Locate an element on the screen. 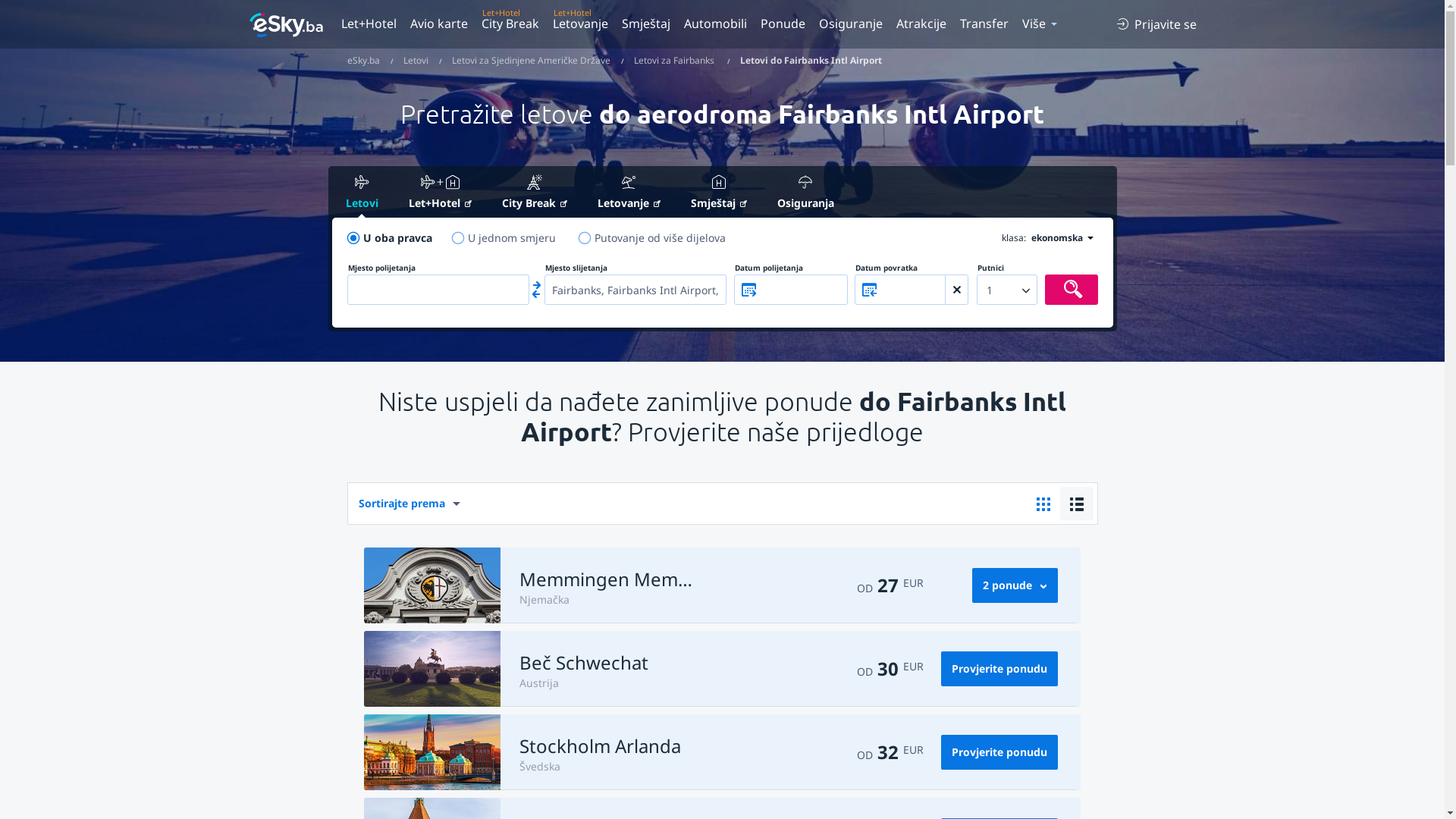 This screenshot has height=819, width=1456. 'Let+Hotel' is located at coordinates (394, 193).